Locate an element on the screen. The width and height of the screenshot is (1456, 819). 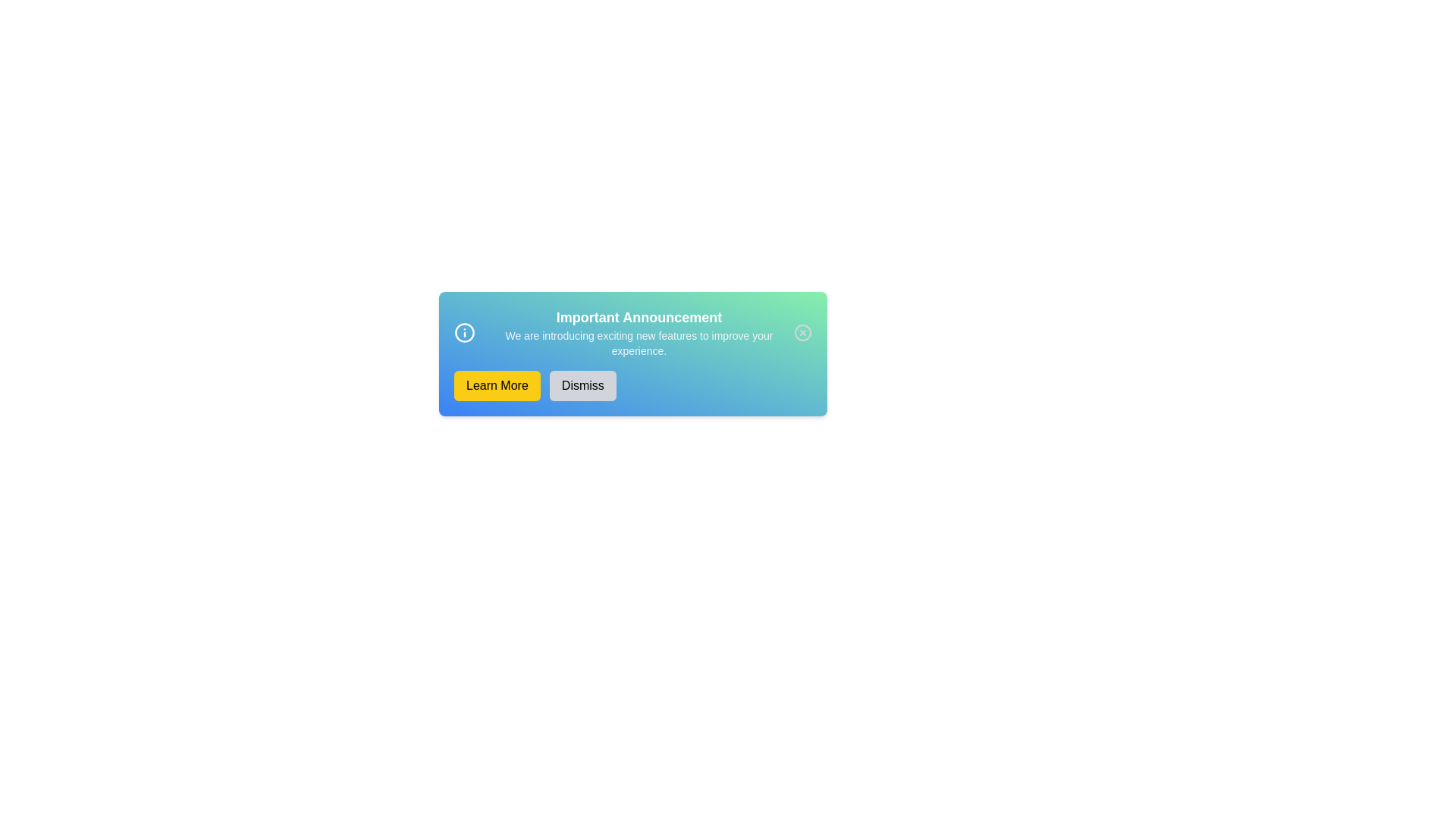
the 'Learn More' button to view additional information is located at coordinates (496, 385).